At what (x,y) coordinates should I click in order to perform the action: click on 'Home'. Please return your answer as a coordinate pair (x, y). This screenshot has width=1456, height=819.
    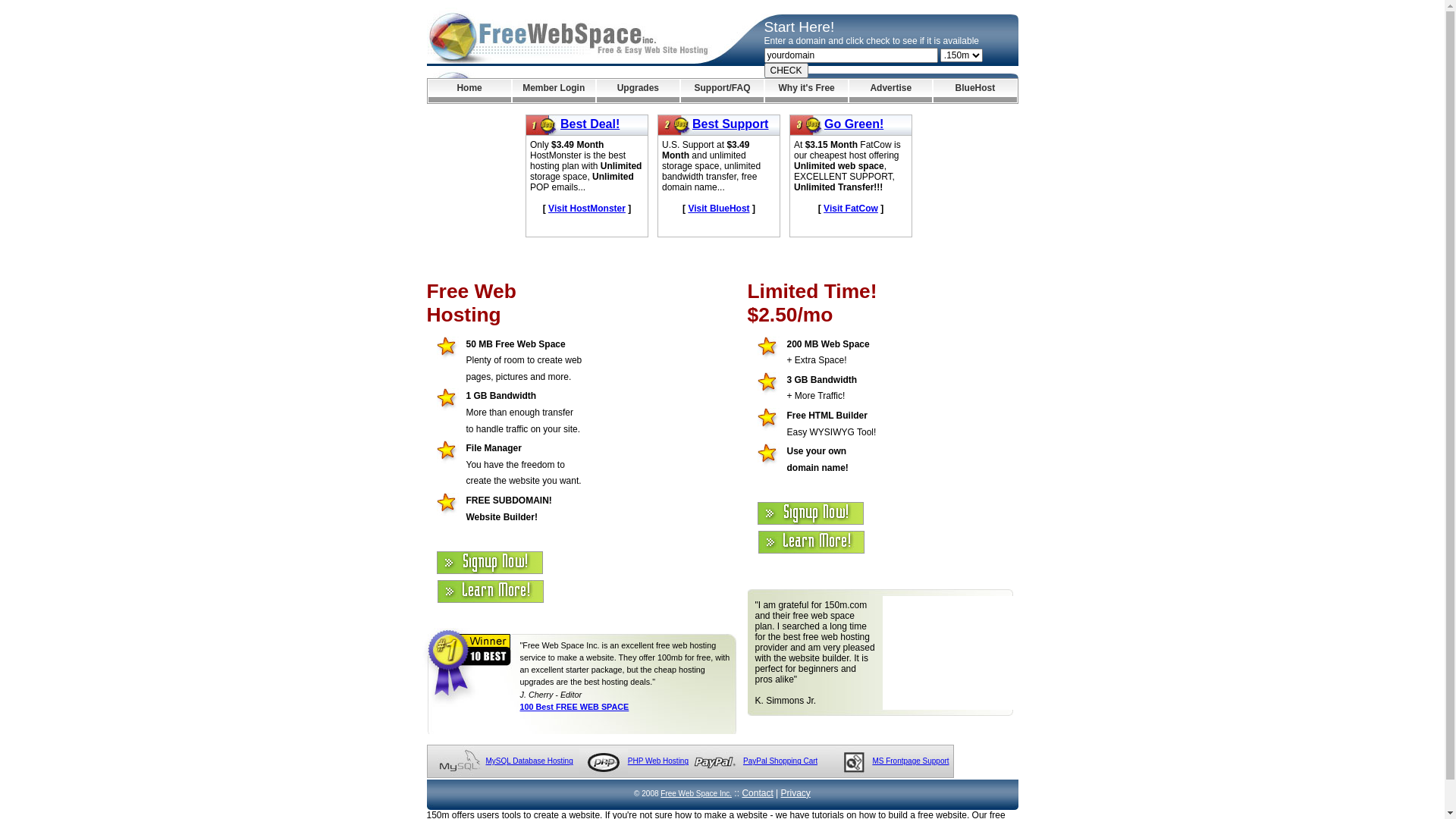
    Looking at the image, I should click on (468, 90).